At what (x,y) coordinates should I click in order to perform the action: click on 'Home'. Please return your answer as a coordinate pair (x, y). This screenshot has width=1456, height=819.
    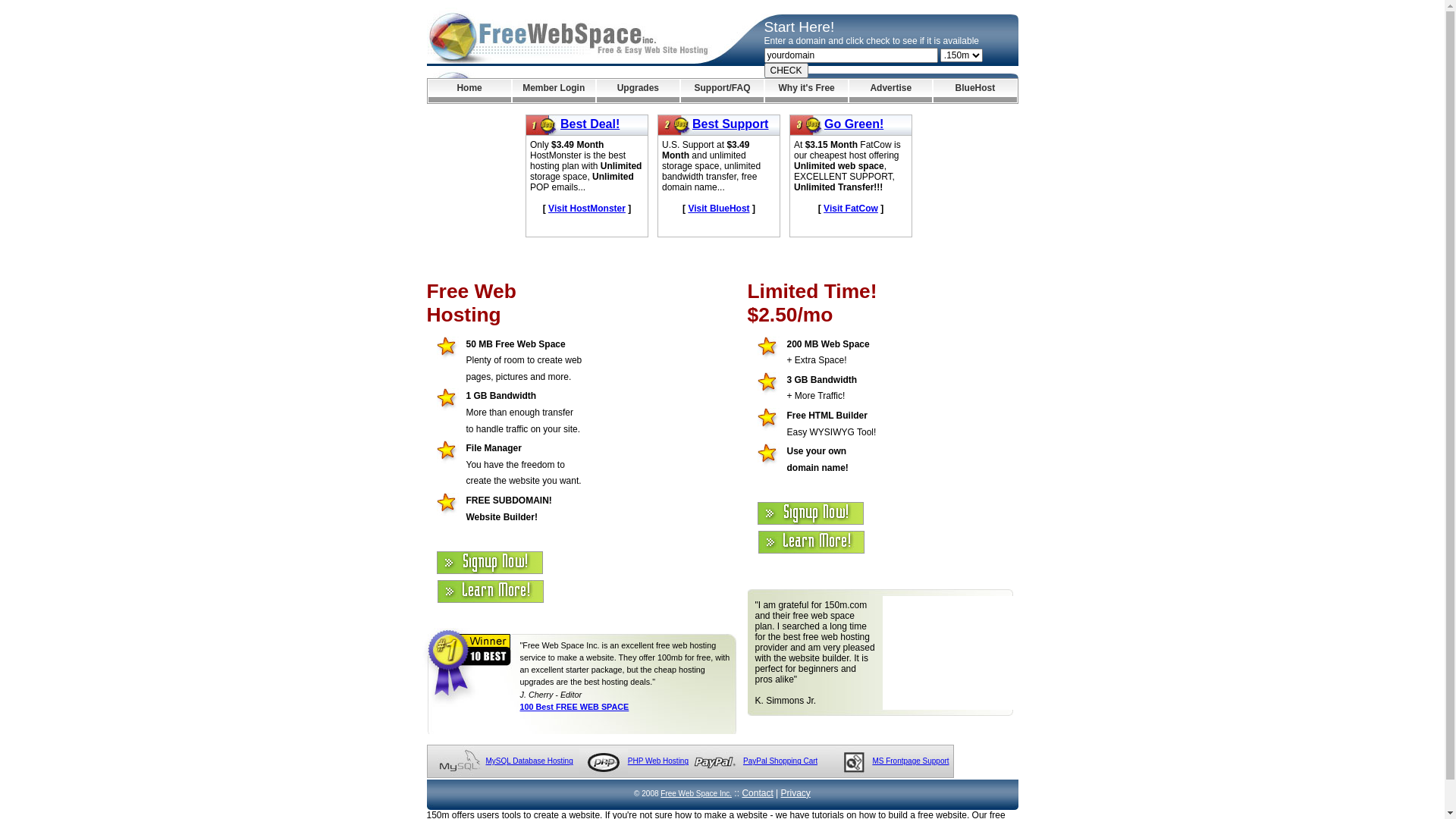
    Looking at the image, I should click on (468, 90).